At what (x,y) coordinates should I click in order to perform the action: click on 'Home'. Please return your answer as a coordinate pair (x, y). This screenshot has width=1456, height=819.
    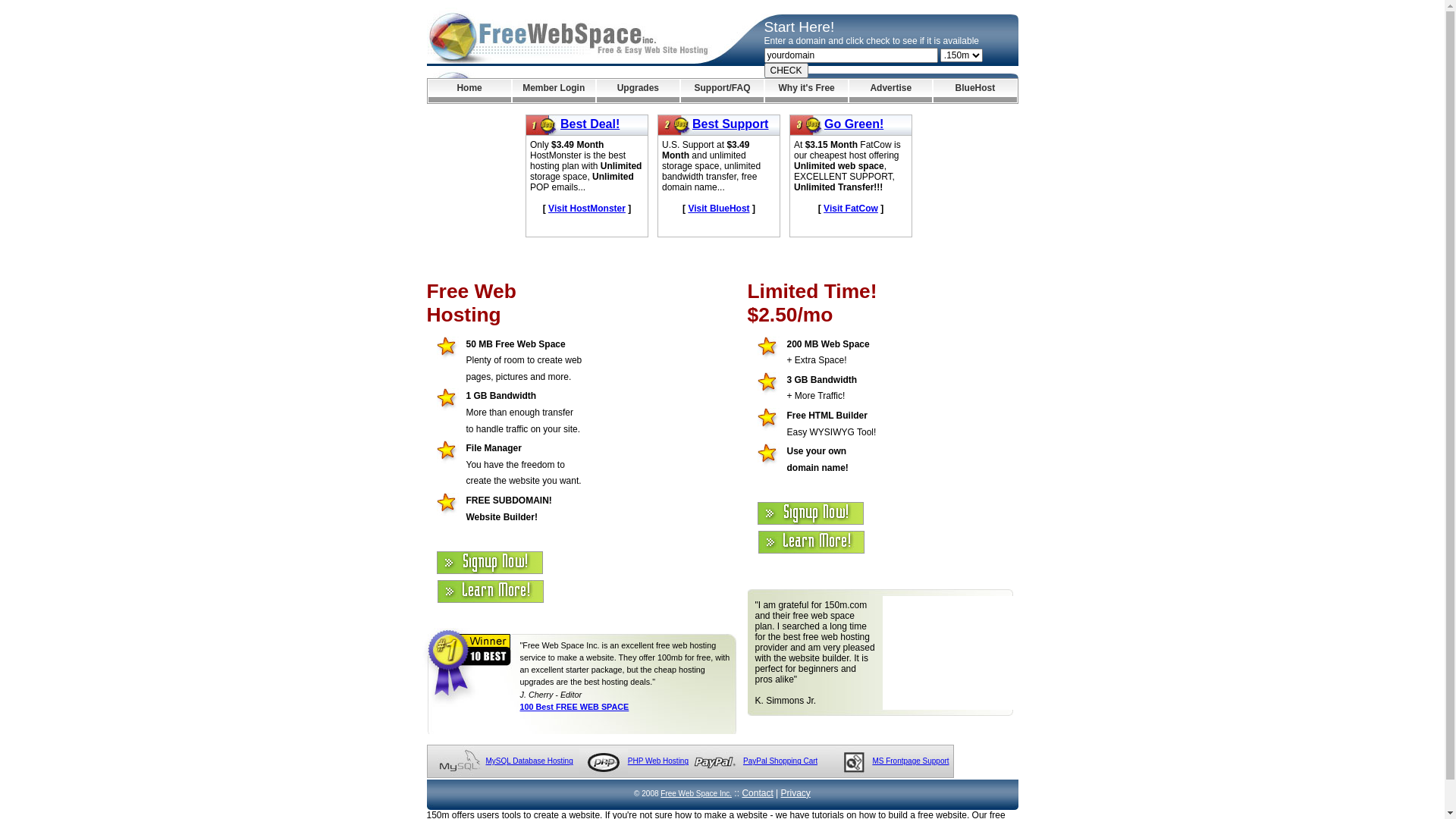
    Looking at the image, I should click on (468, 90).